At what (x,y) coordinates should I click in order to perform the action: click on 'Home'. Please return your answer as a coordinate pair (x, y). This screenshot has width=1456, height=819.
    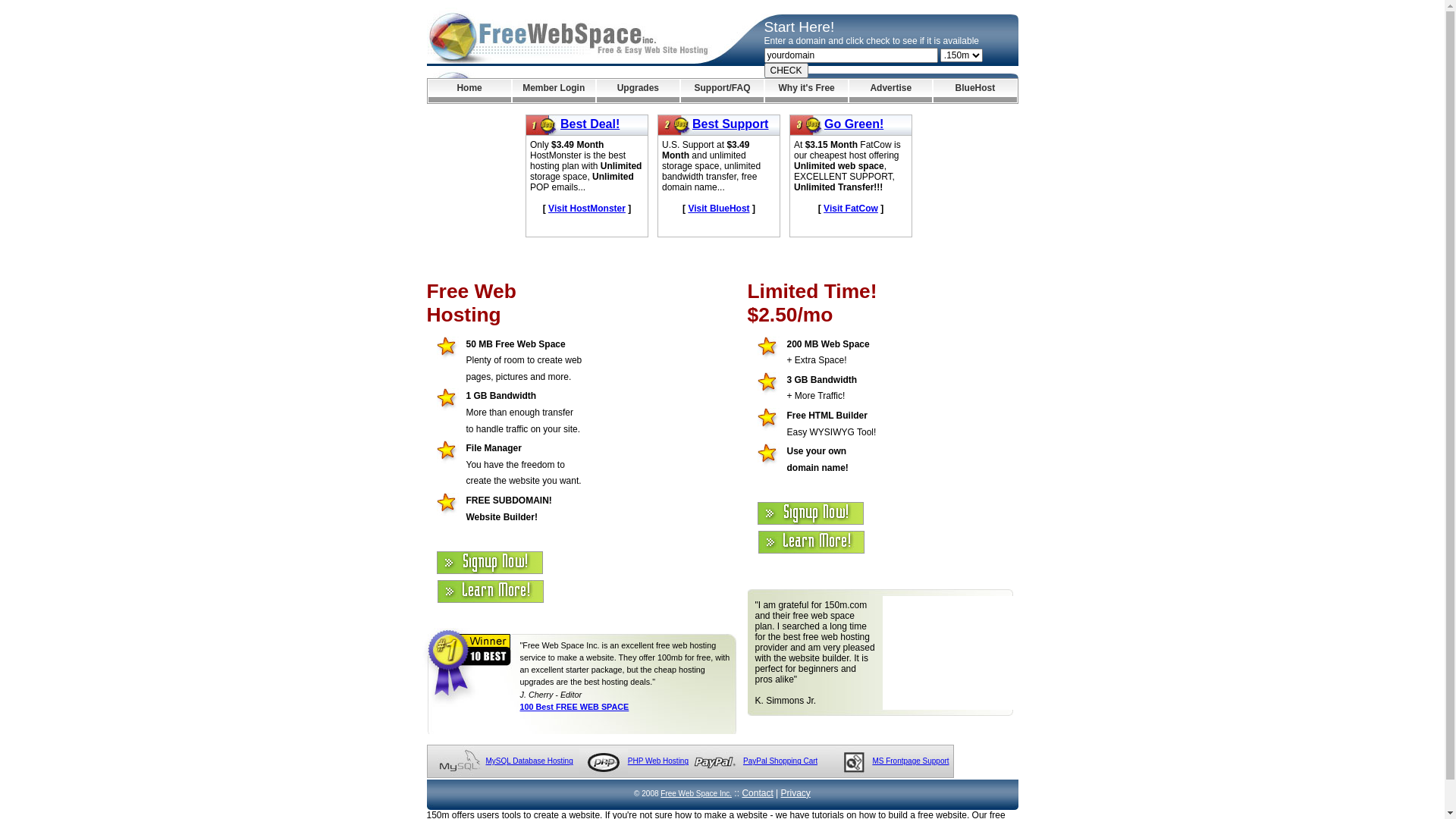
    Looking at the image, I should click on (468, 90).